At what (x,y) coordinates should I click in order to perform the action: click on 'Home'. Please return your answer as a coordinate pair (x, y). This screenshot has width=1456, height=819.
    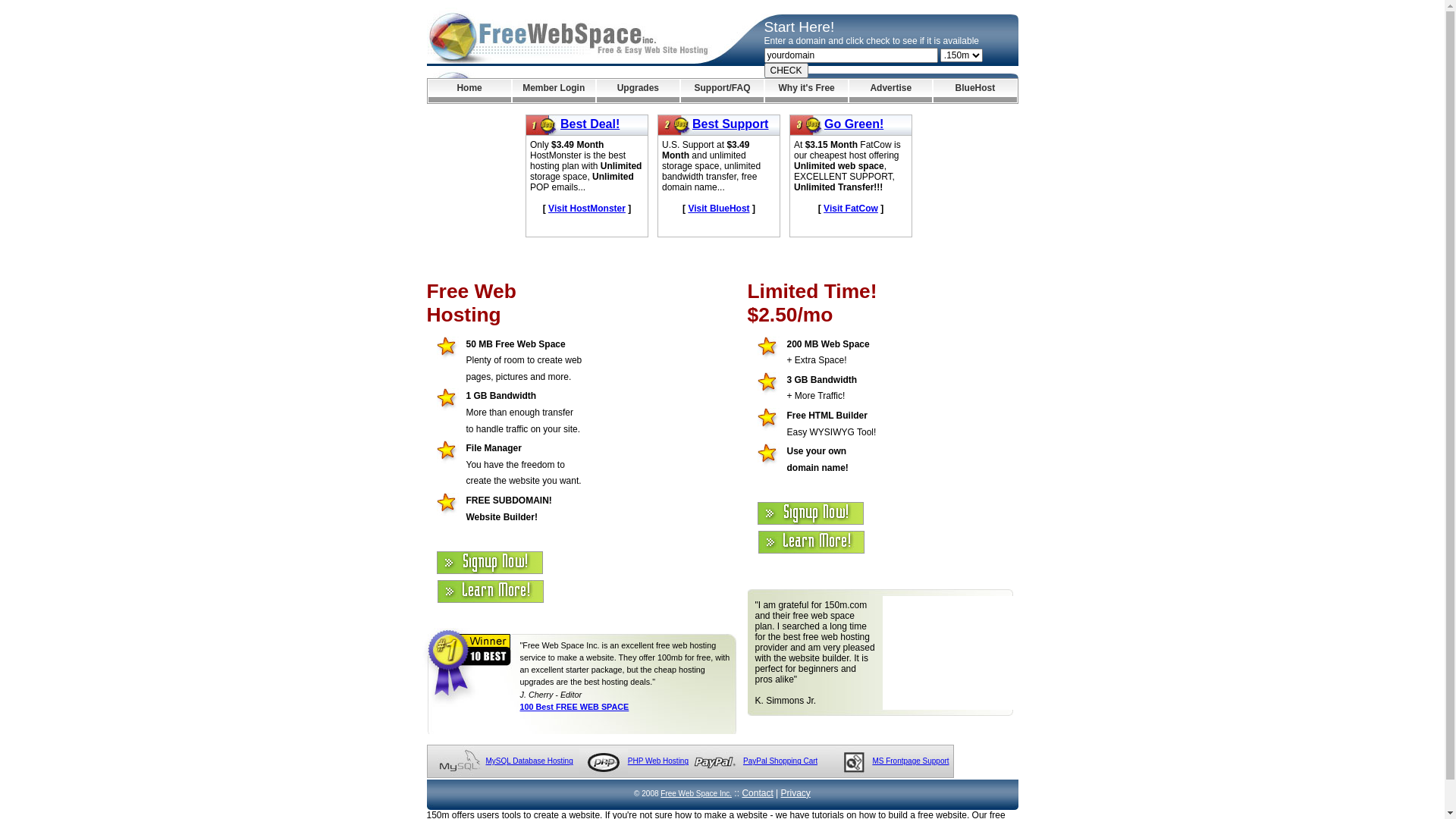
    Looking at the image, I should click on (468, 90).